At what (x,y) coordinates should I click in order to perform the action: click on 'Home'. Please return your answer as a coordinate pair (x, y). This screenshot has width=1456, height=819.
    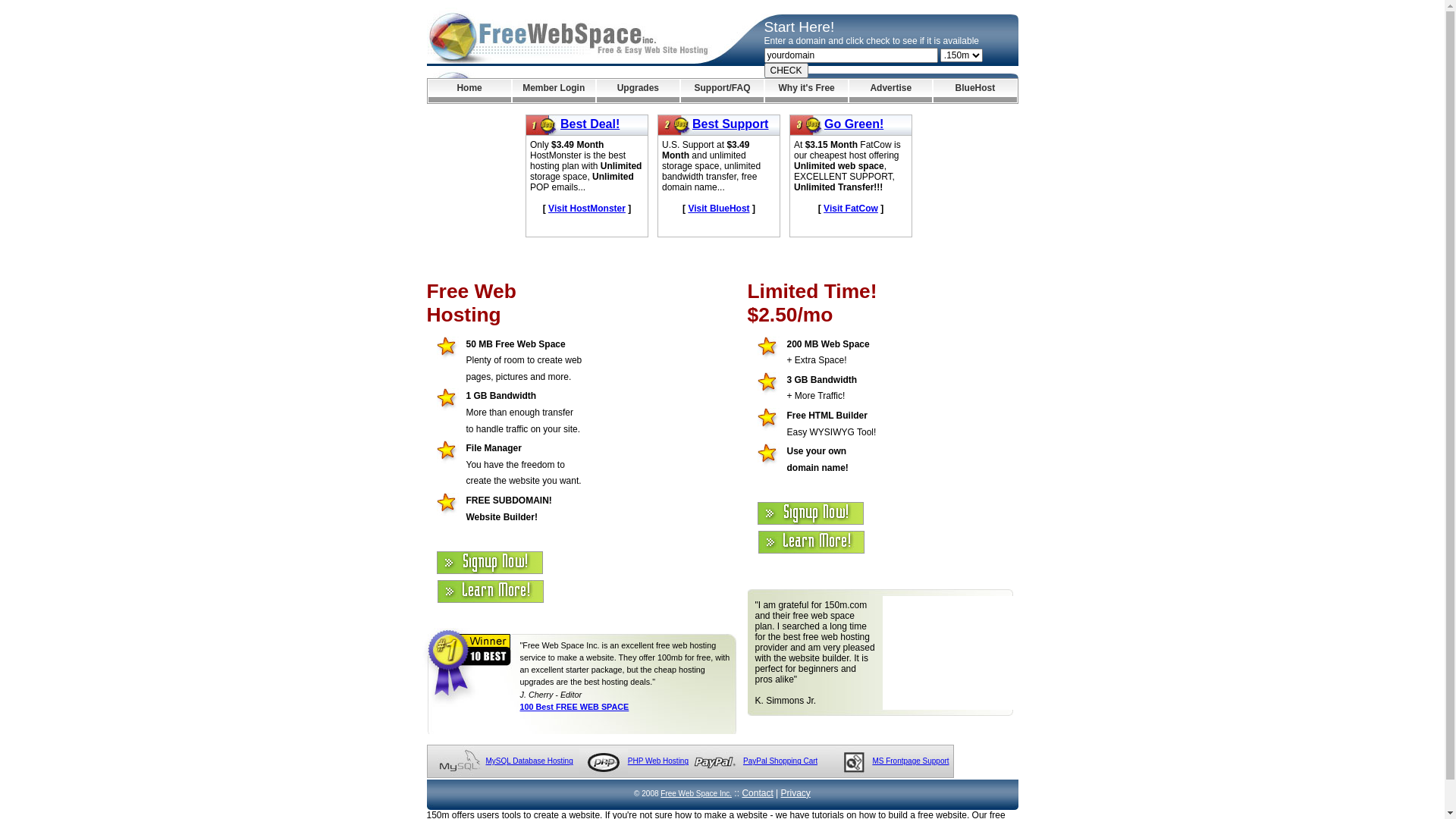
    Looking at the image, I should click on (468, 90).